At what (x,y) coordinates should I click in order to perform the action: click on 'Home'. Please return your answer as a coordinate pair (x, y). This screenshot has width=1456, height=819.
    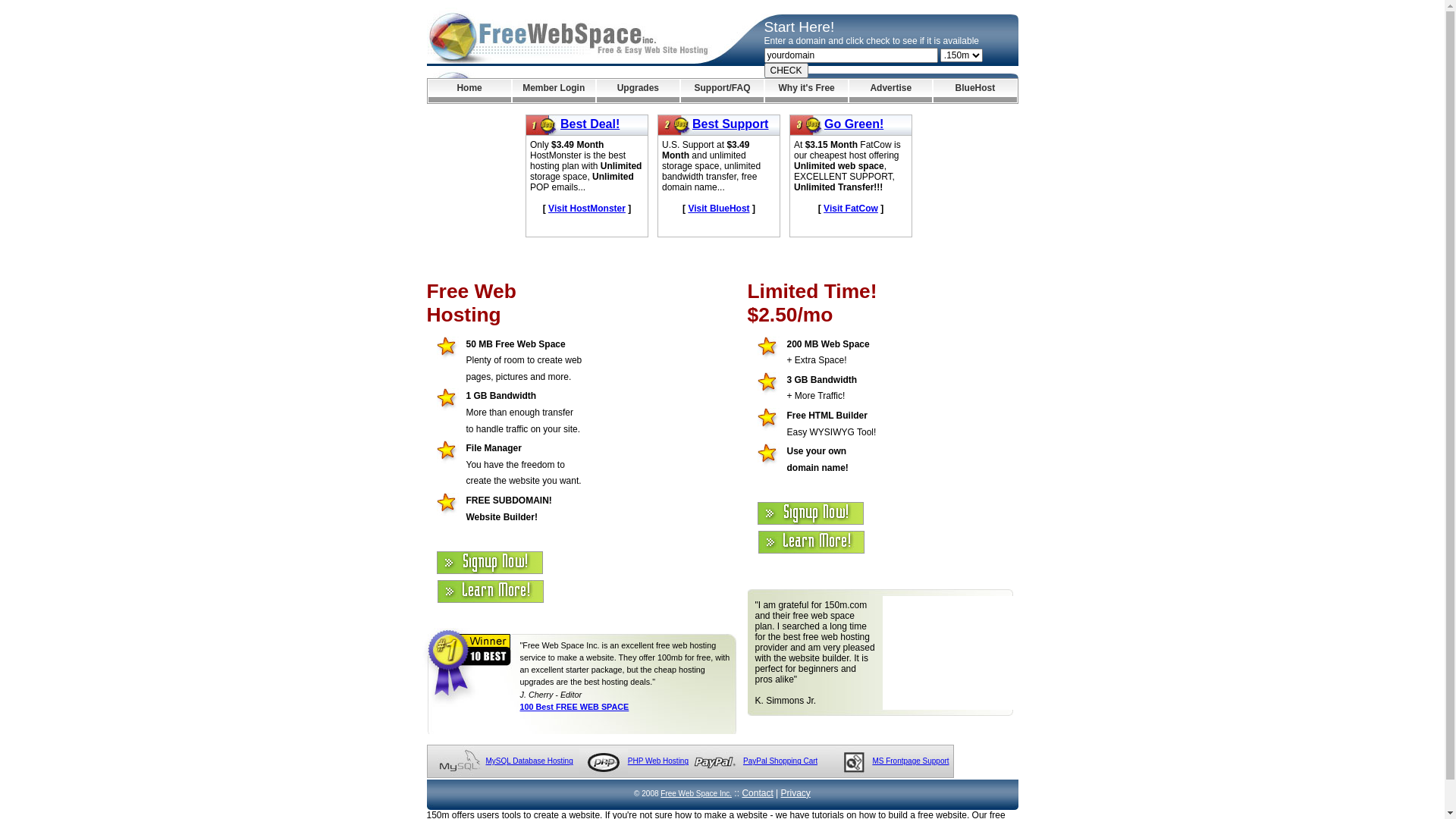
    Looking at the image, I should click on (468, 90).